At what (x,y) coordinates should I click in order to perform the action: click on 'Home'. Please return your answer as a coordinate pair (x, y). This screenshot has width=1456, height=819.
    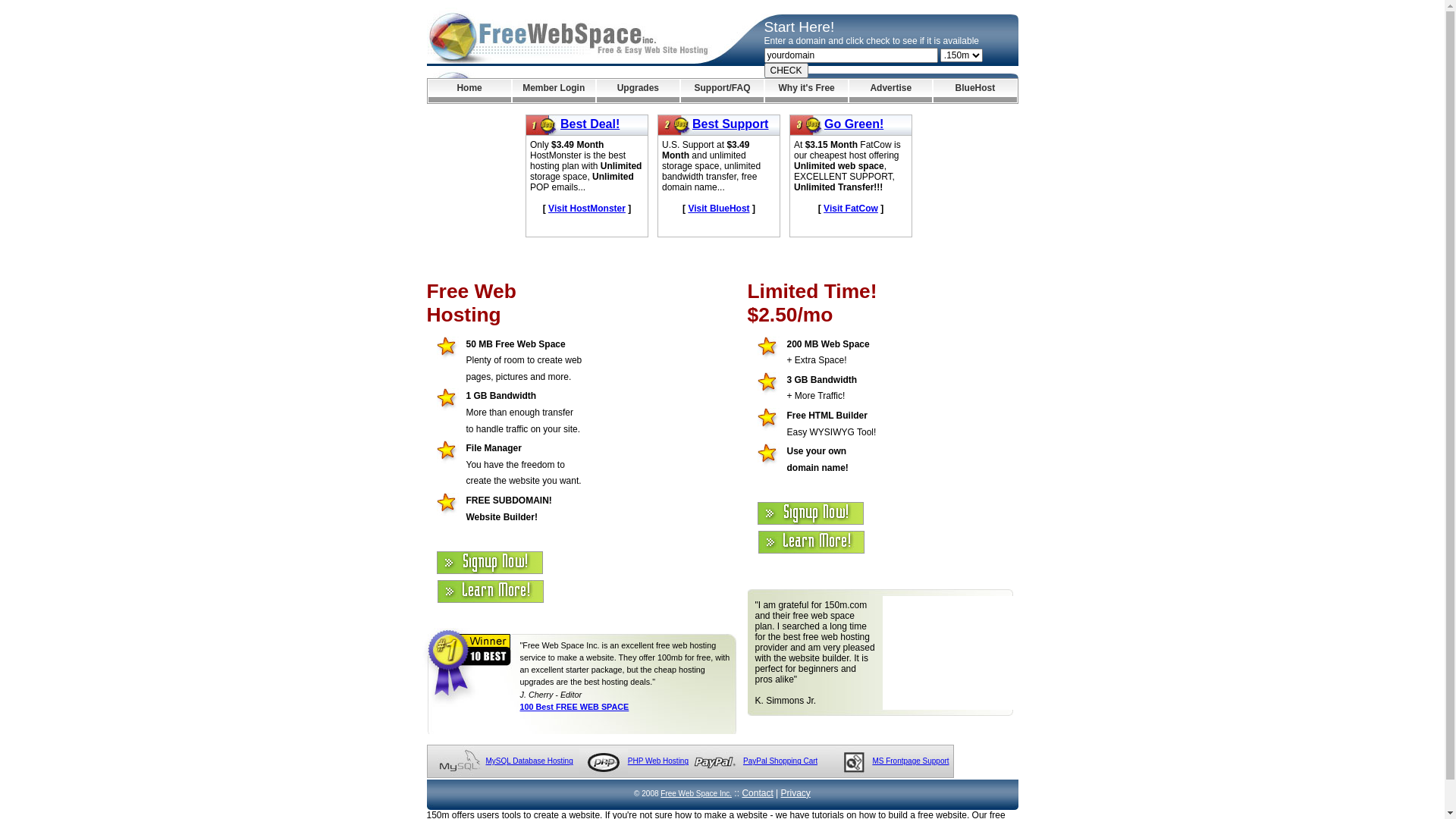
    Looking at the image, I should click on (468, 90).